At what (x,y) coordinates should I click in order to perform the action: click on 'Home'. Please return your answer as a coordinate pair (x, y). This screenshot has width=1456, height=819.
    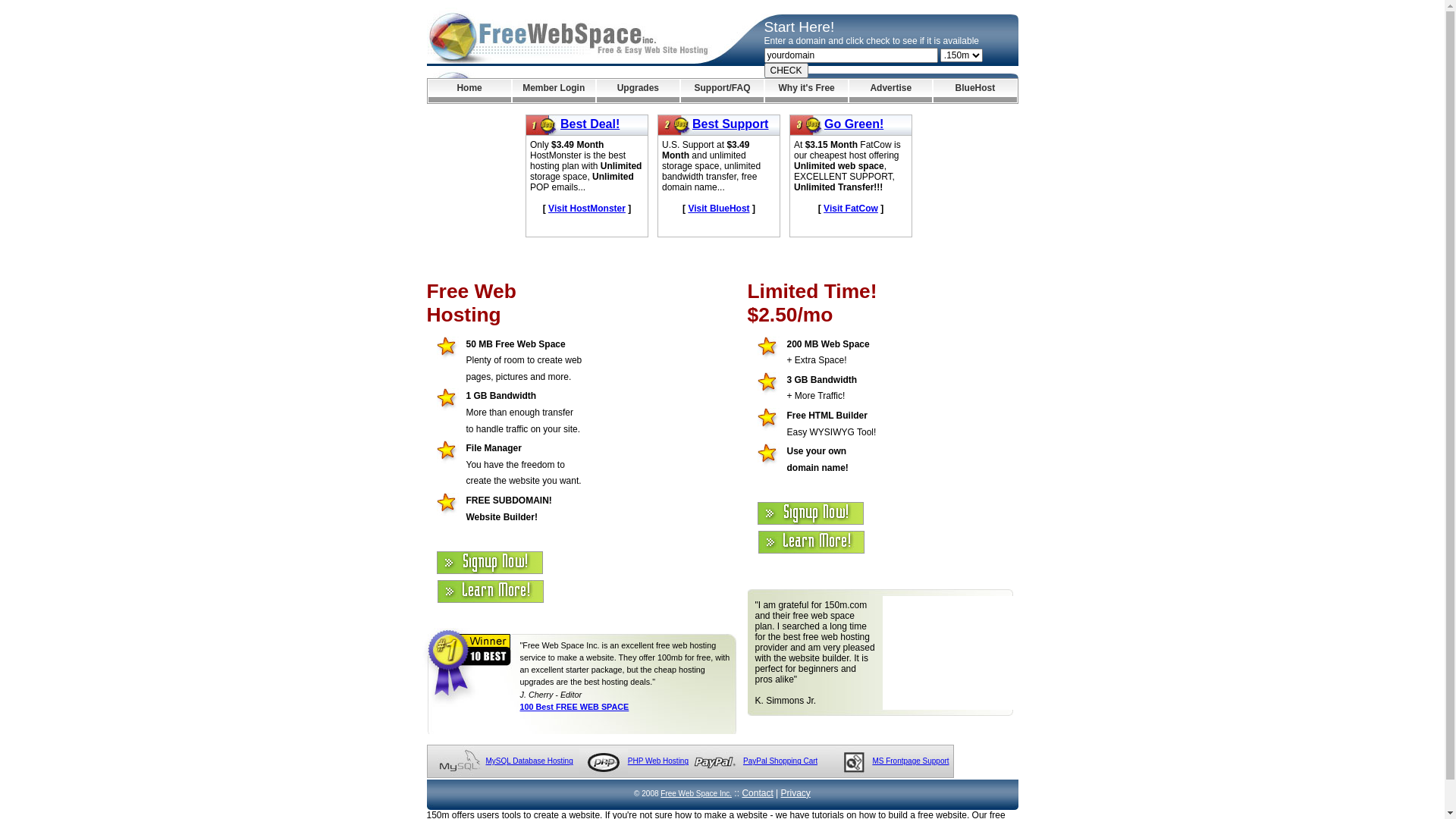
    Looking at the image, I should click on (468, 90).